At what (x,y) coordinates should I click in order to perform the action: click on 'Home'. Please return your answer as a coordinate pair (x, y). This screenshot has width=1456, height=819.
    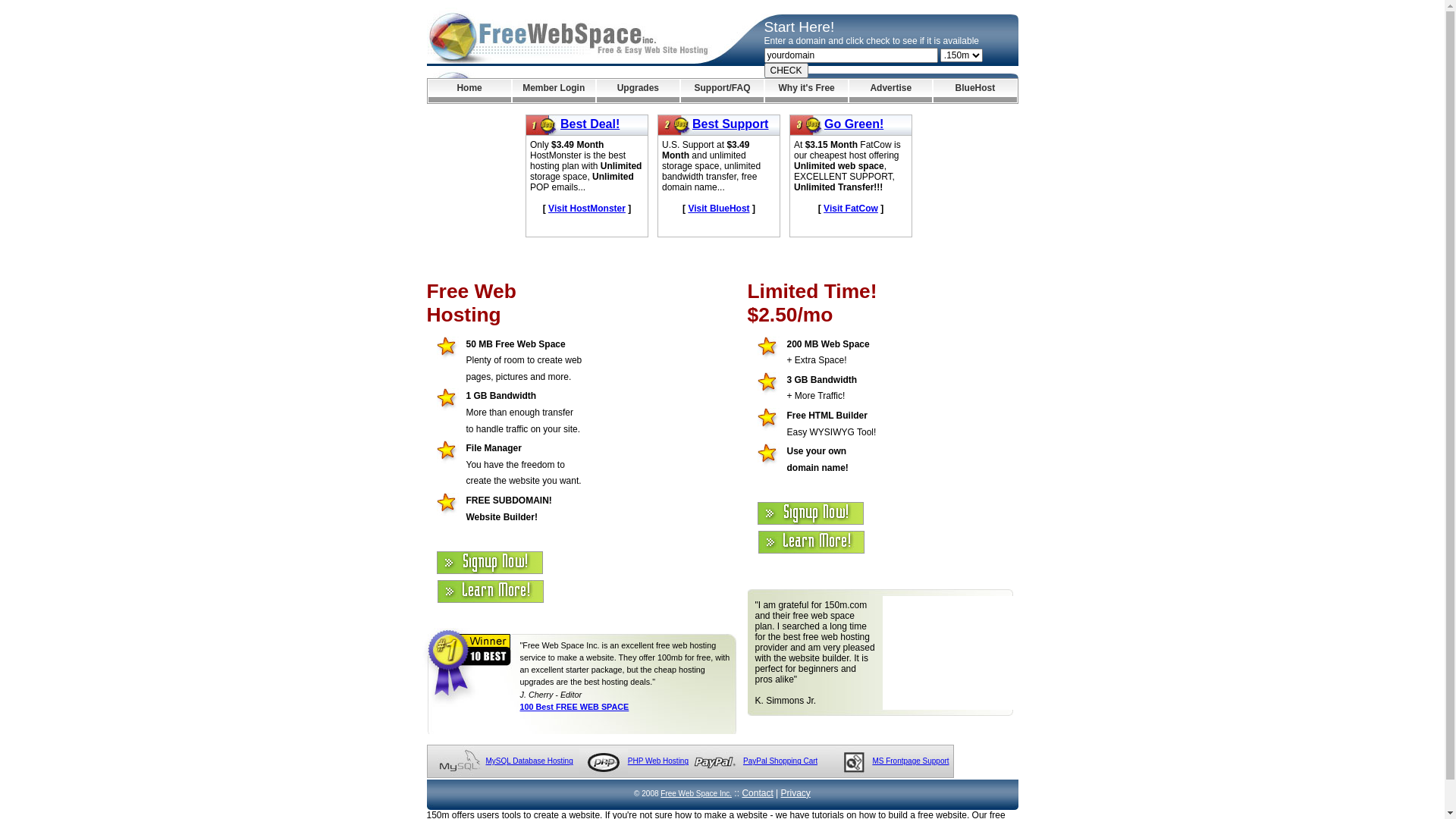
    Looking at the image, I should click on (468, 90).